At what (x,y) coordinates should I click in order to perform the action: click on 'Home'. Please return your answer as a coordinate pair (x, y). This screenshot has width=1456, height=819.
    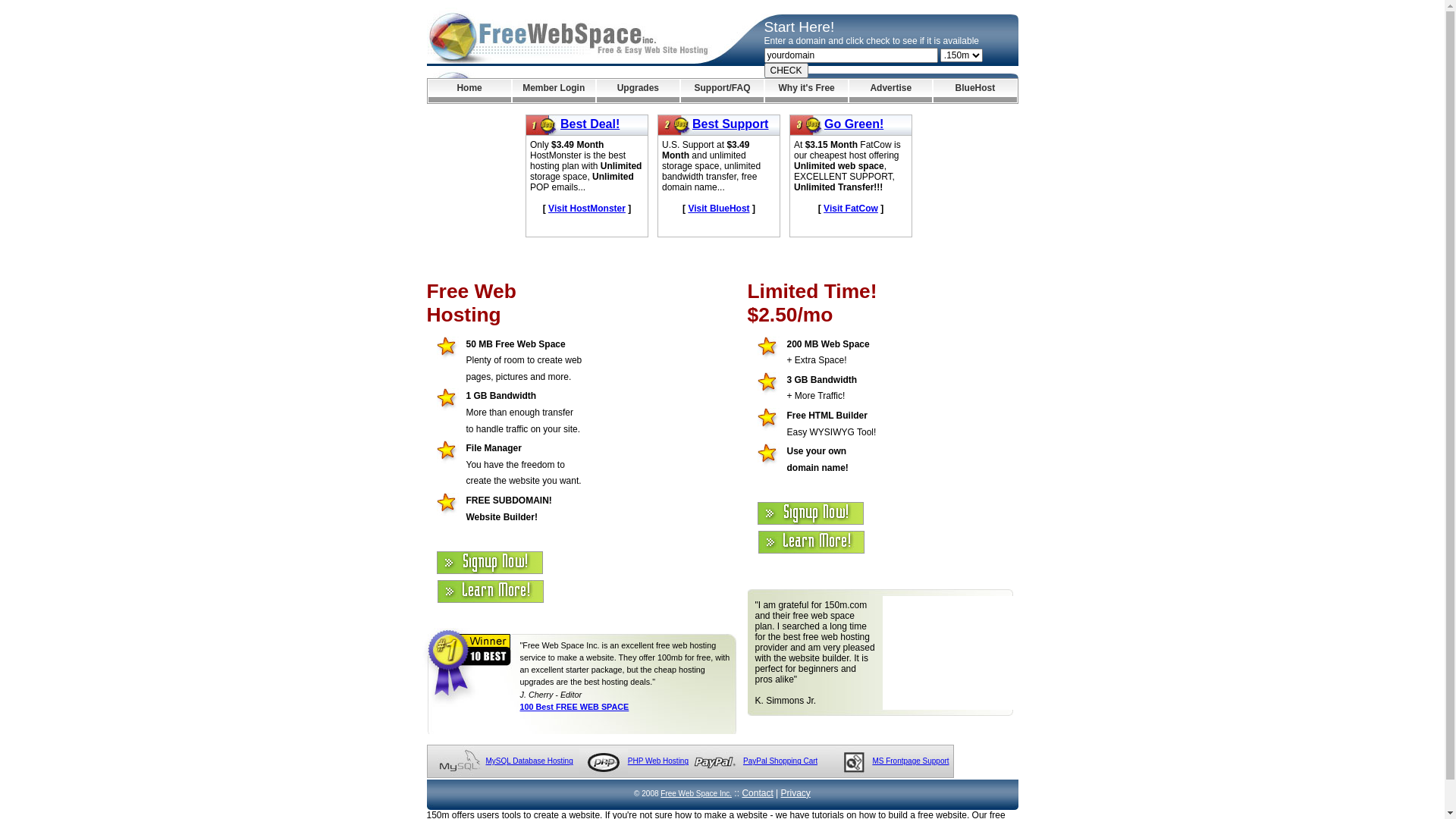
    Looking at the image, I should click on (468, 90).